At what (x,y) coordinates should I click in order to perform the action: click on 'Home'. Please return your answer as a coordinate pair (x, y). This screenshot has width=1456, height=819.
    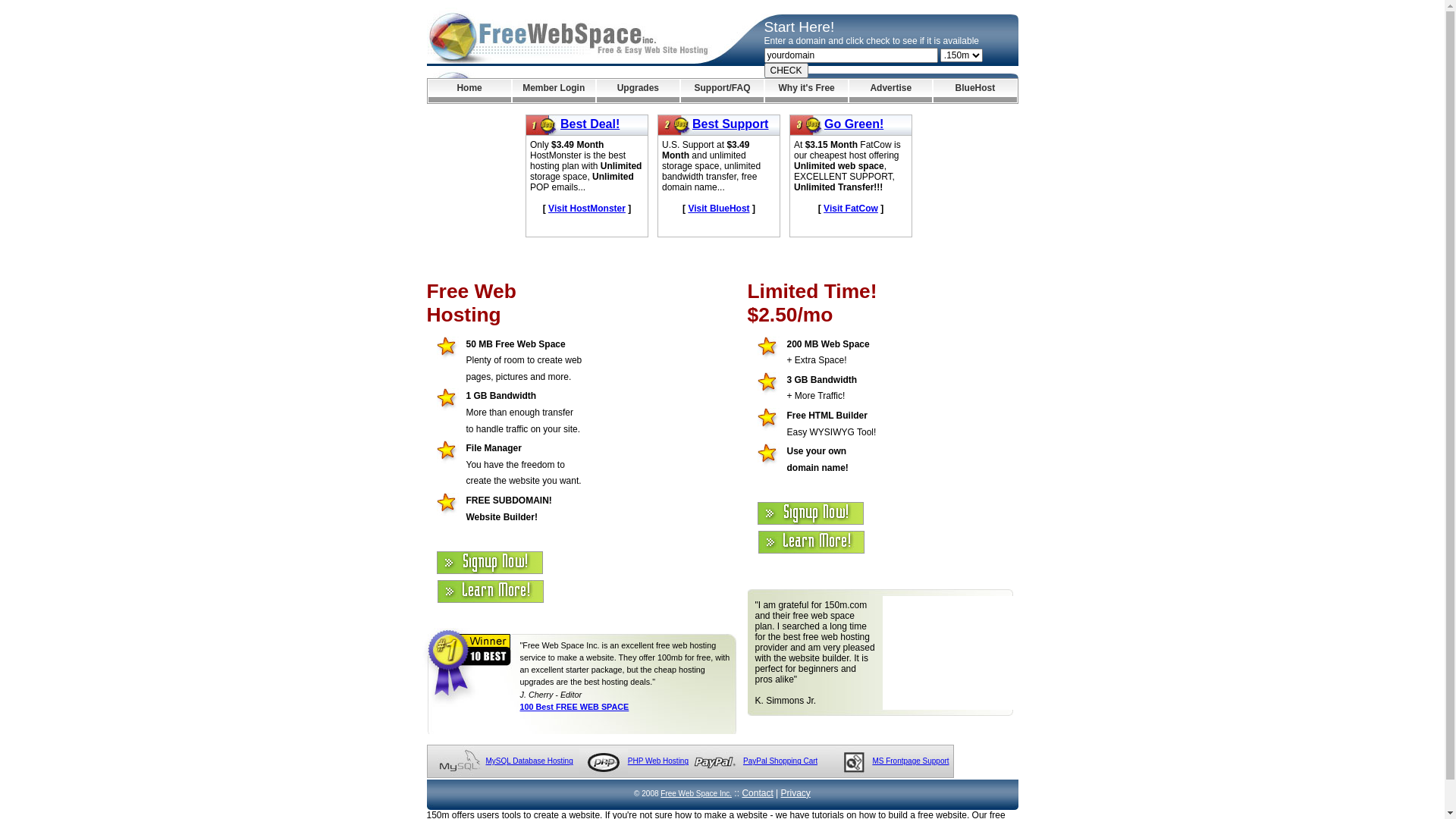
    Looking at the image, I should click on (468, 90).